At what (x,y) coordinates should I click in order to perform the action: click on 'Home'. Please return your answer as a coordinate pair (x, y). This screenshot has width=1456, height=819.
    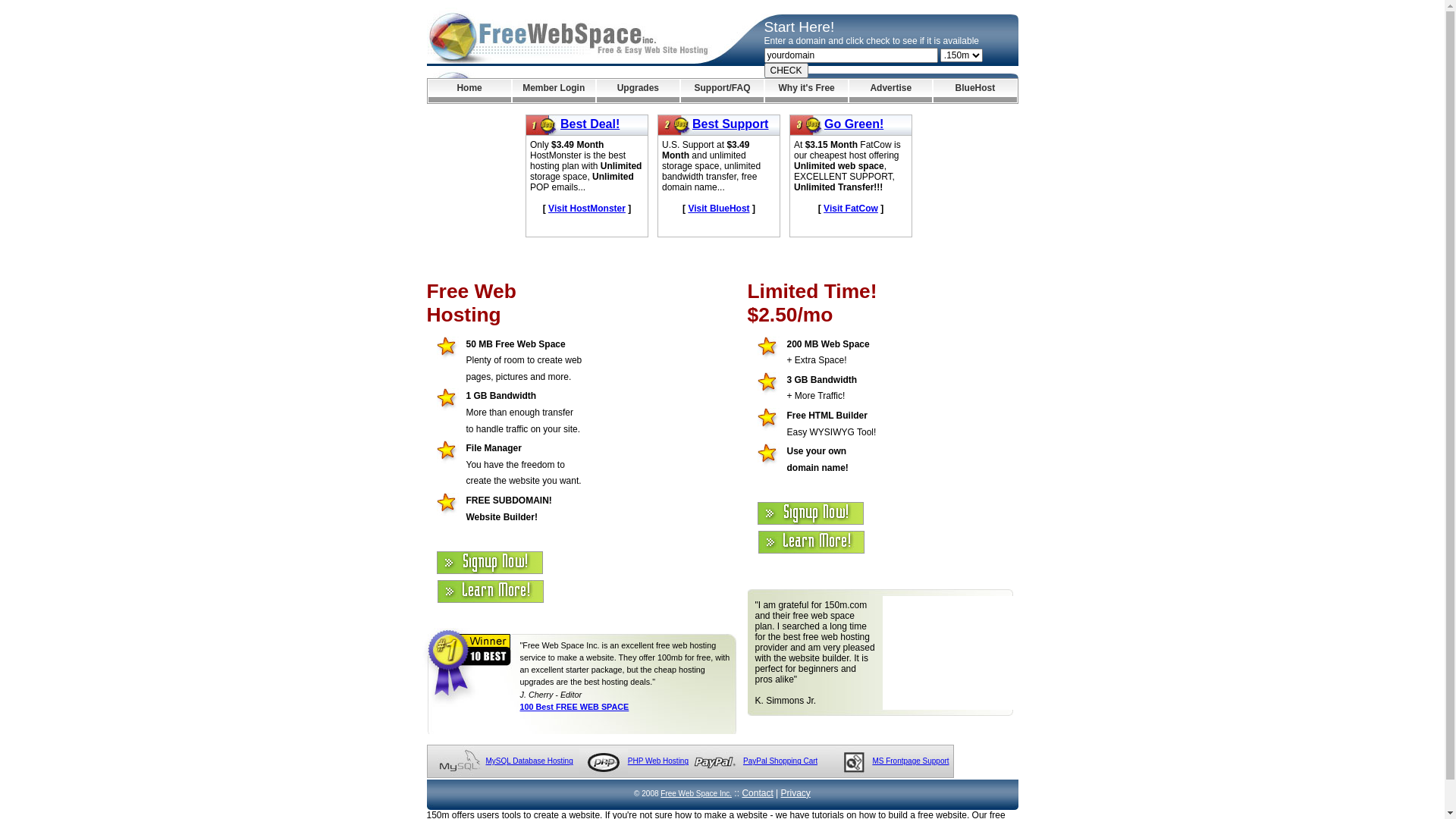
    Looking at the image, I should click on (468, 90).